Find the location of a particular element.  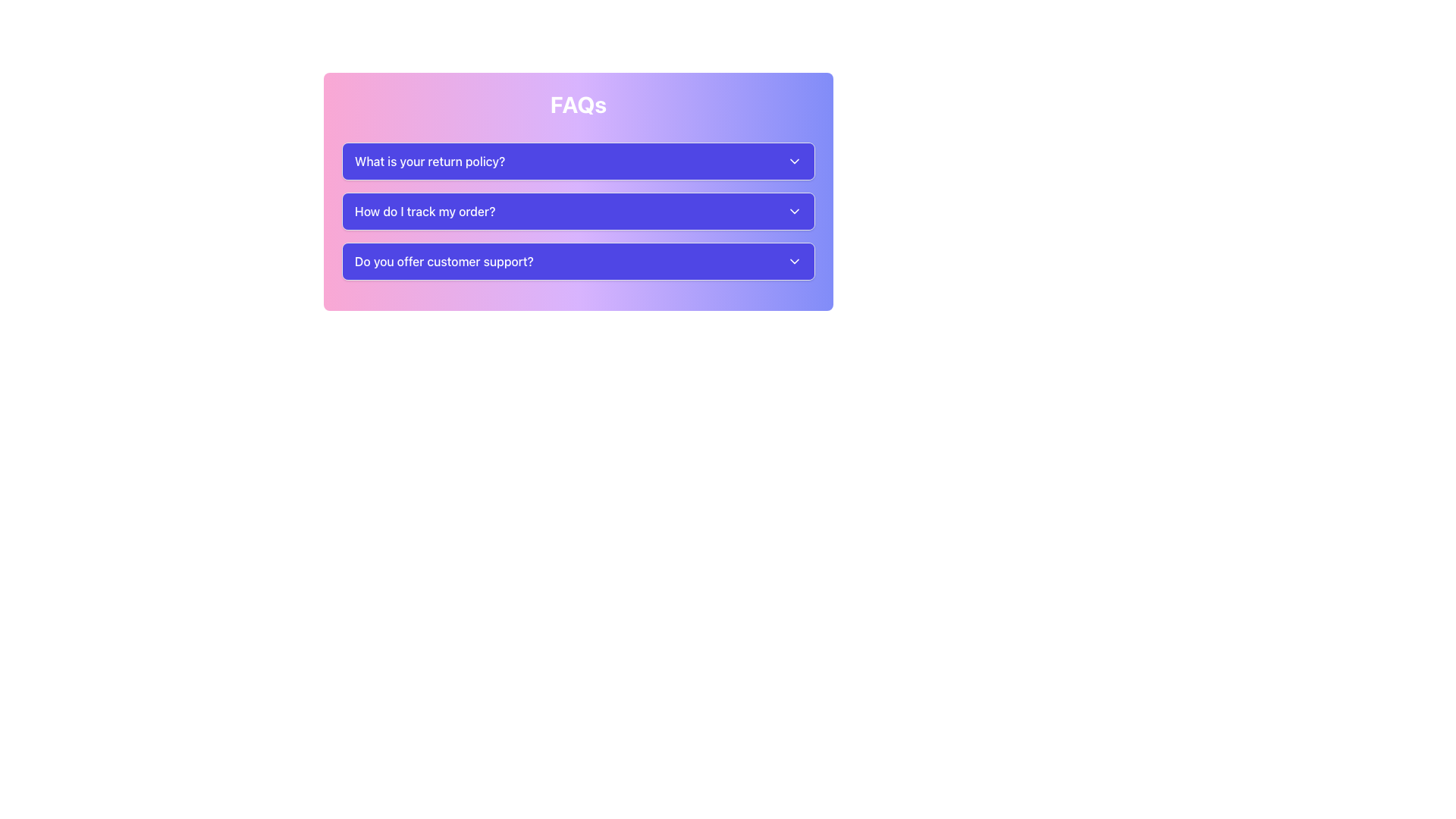

the icon located to the right of the text 'Do you offer customer support?' in the FAQ section is located at coordinates (793, 260).